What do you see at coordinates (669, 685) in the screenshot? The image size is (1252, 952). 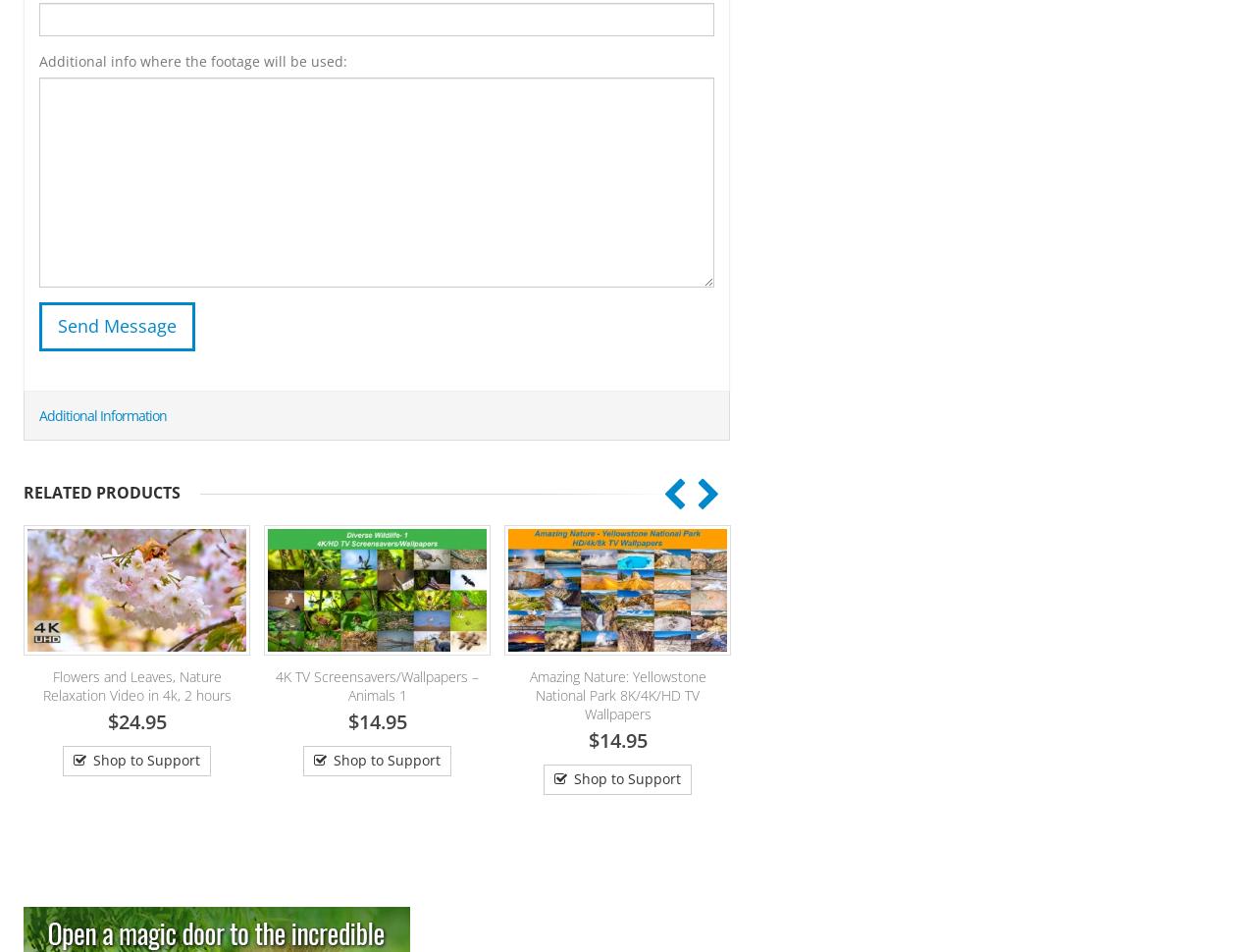 I see `'Mount Rainier National Park – film in 4K (Episodes 1,2,3)'` at bounding box center [669, 685].